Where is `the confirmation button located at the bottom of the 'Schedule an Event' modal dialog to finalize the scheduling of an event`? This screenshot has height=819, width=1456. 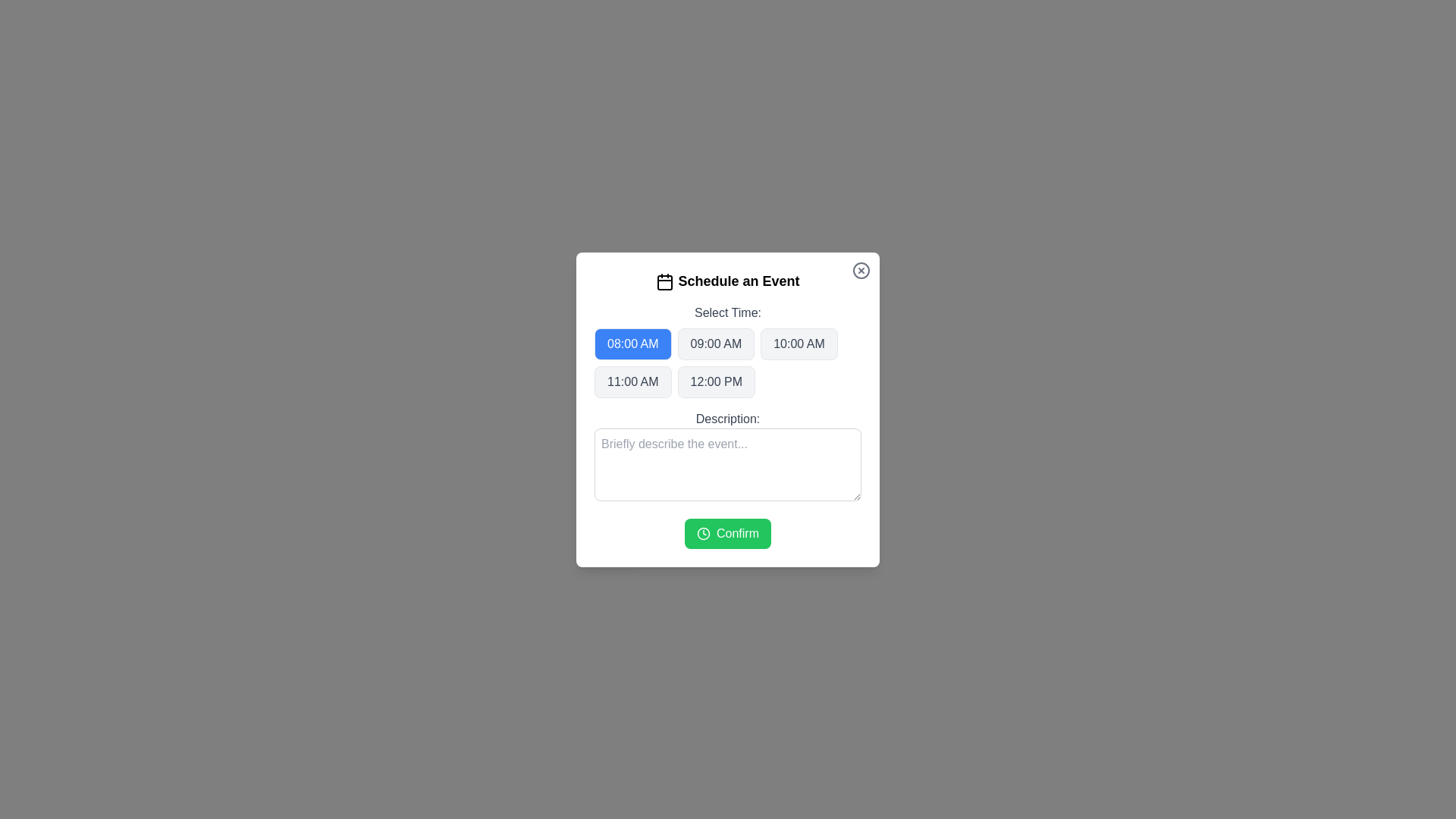 the confirmation button located at the bottom of the 'Schedule an Event' modal dialog to finalize the scheduling of an event is located at coordinates (728, 532).